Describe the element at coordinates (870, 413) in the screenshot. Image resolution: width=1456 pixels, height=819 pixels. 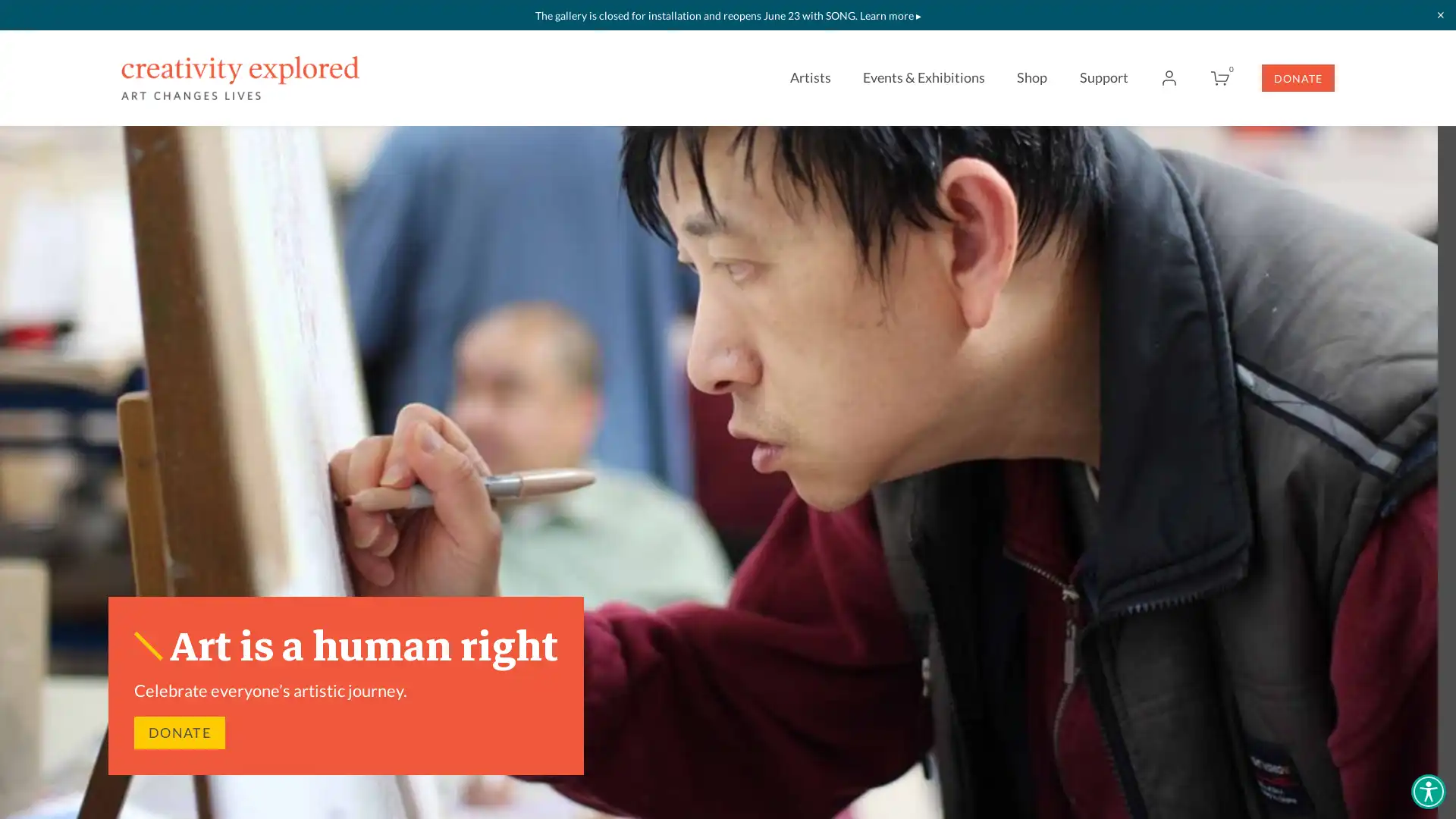
I see `SUBSCRIBE` at that location.